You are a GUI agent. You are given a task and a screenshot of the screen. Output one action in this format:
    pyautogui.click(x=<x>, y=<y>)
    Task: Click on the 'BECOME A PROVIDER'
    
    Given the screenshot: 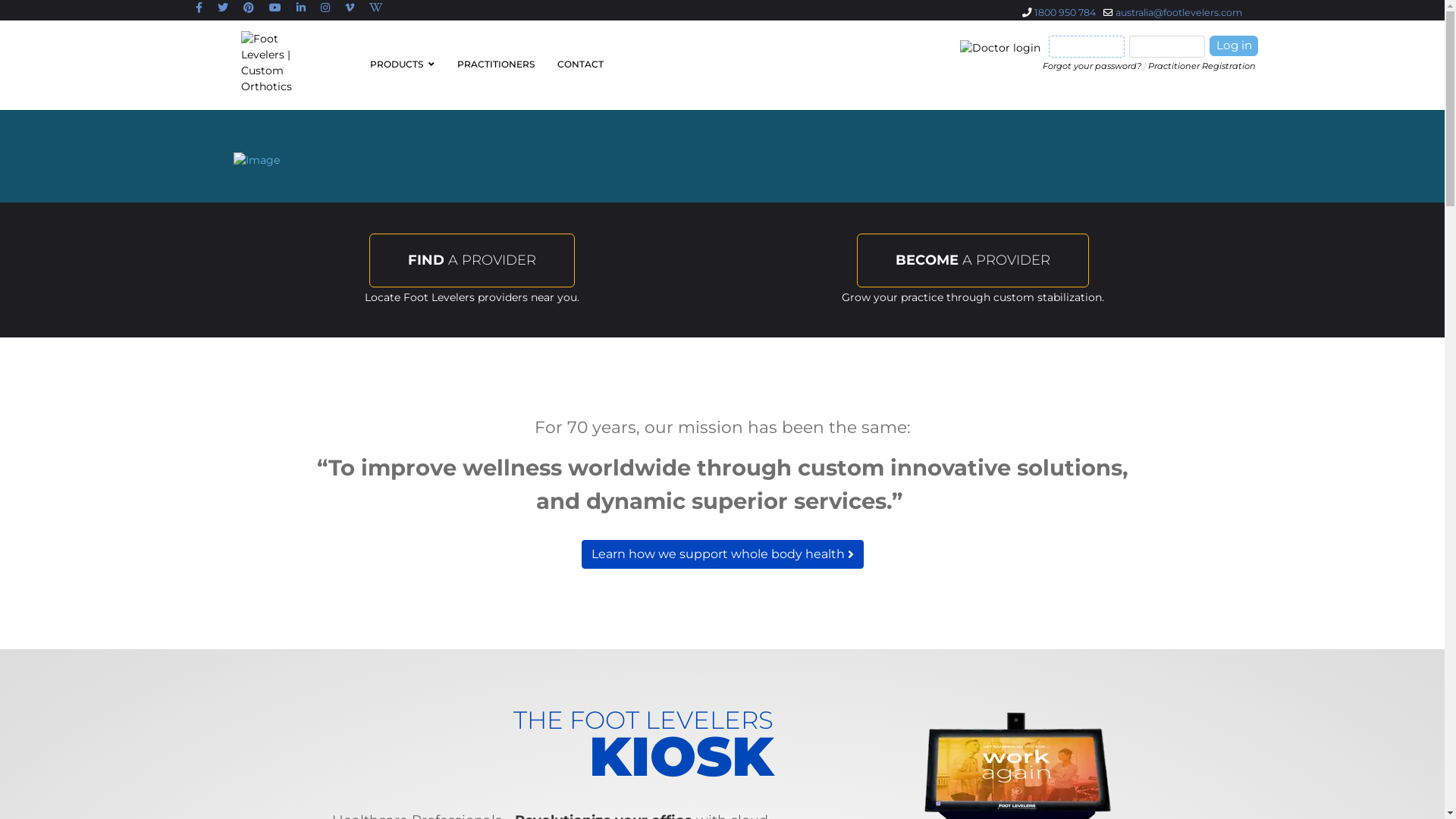 What is the action you would take?
    pyautogui.click(x=972, y=259)
    